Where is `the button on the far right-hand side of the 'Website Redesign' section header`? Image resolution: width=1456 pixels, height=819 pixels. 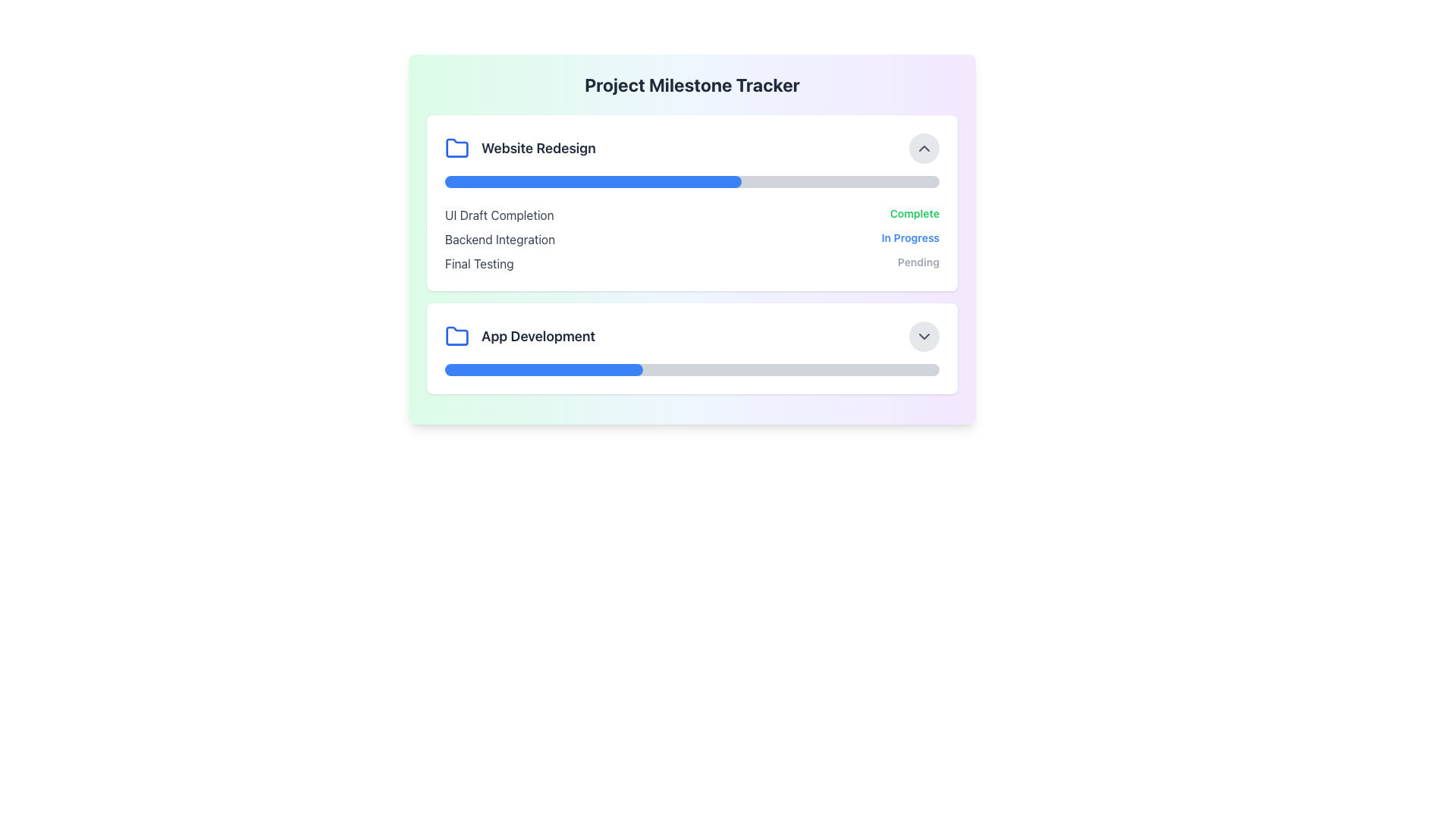
the button on the far right-hand side of the 'Website Redesign' section header is located at coordinates (924, 149).